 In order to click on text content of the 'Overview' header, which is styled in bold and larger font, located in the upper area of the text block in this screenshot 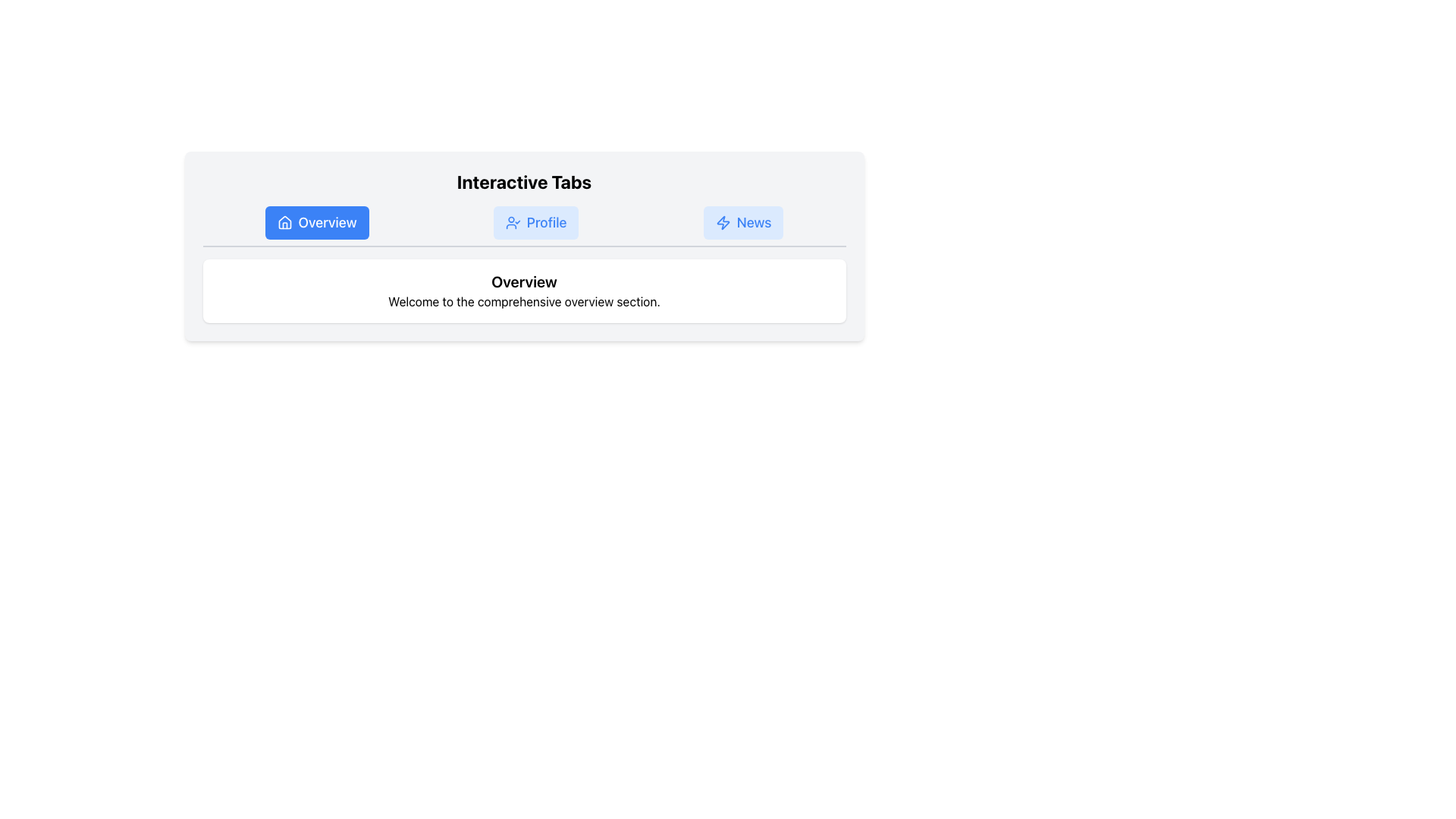, I will do `click(524, 281)`.